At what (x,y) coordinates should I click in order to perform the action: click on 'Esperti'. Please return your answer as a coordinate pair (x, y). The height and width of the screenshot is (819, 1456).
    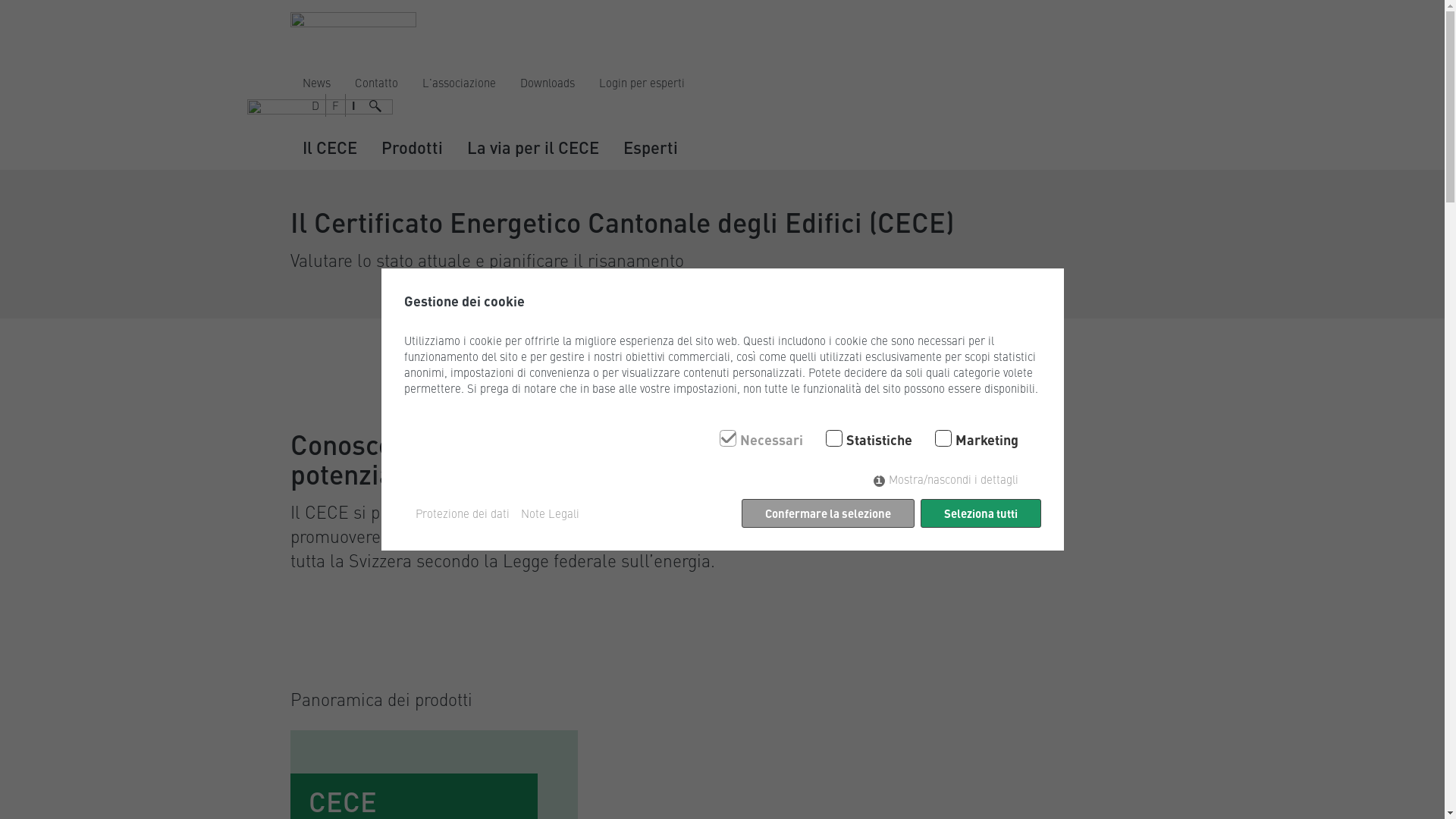
    Looking at the image, I should click on (651, 147).